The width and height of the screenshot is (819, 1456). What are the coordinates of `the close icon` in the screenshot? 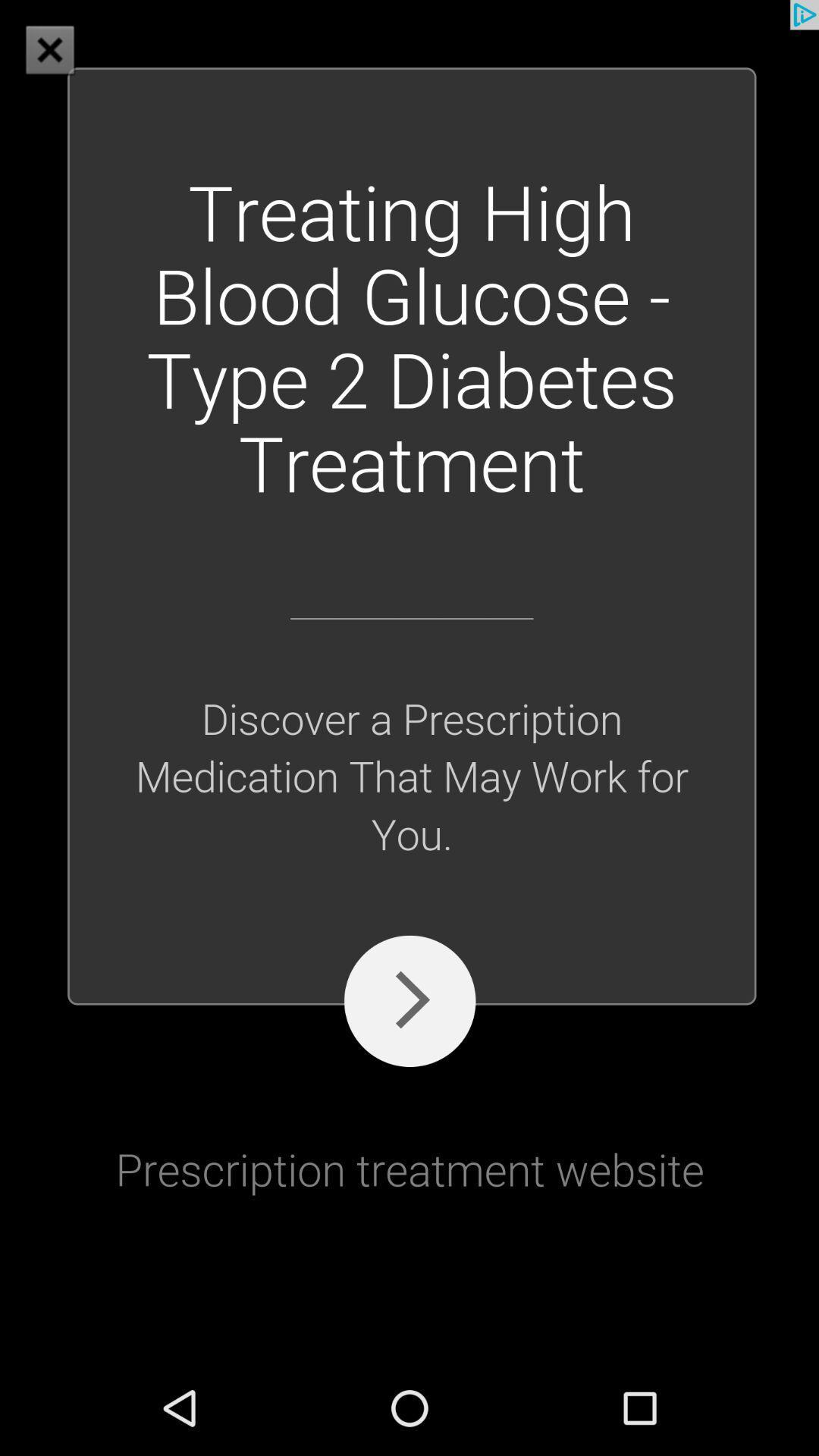 It's located at (49, 53).